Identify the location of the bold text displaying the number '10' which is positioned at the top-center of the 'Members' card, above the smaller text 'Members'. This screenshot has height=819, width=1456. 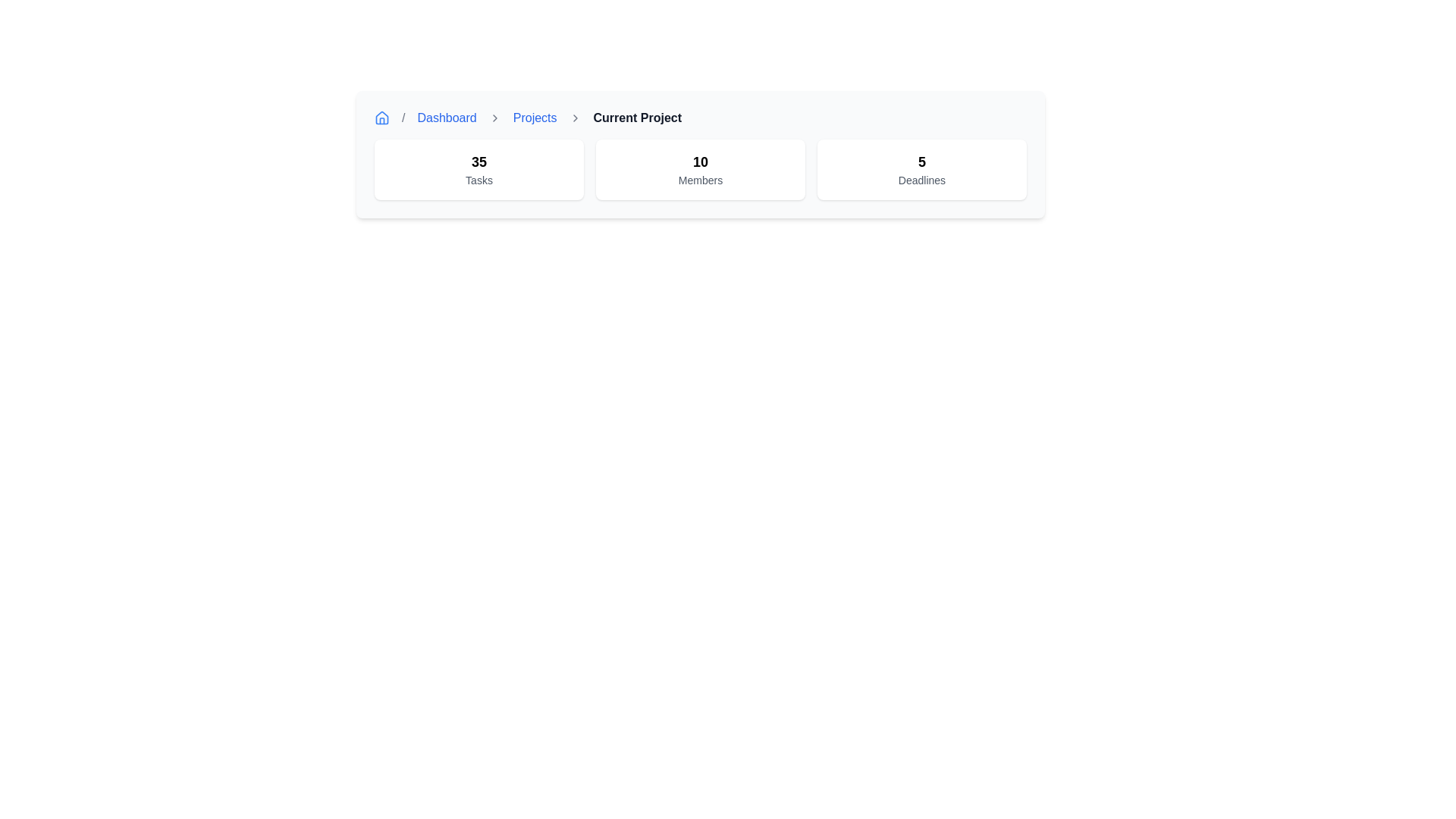
(700, 162).